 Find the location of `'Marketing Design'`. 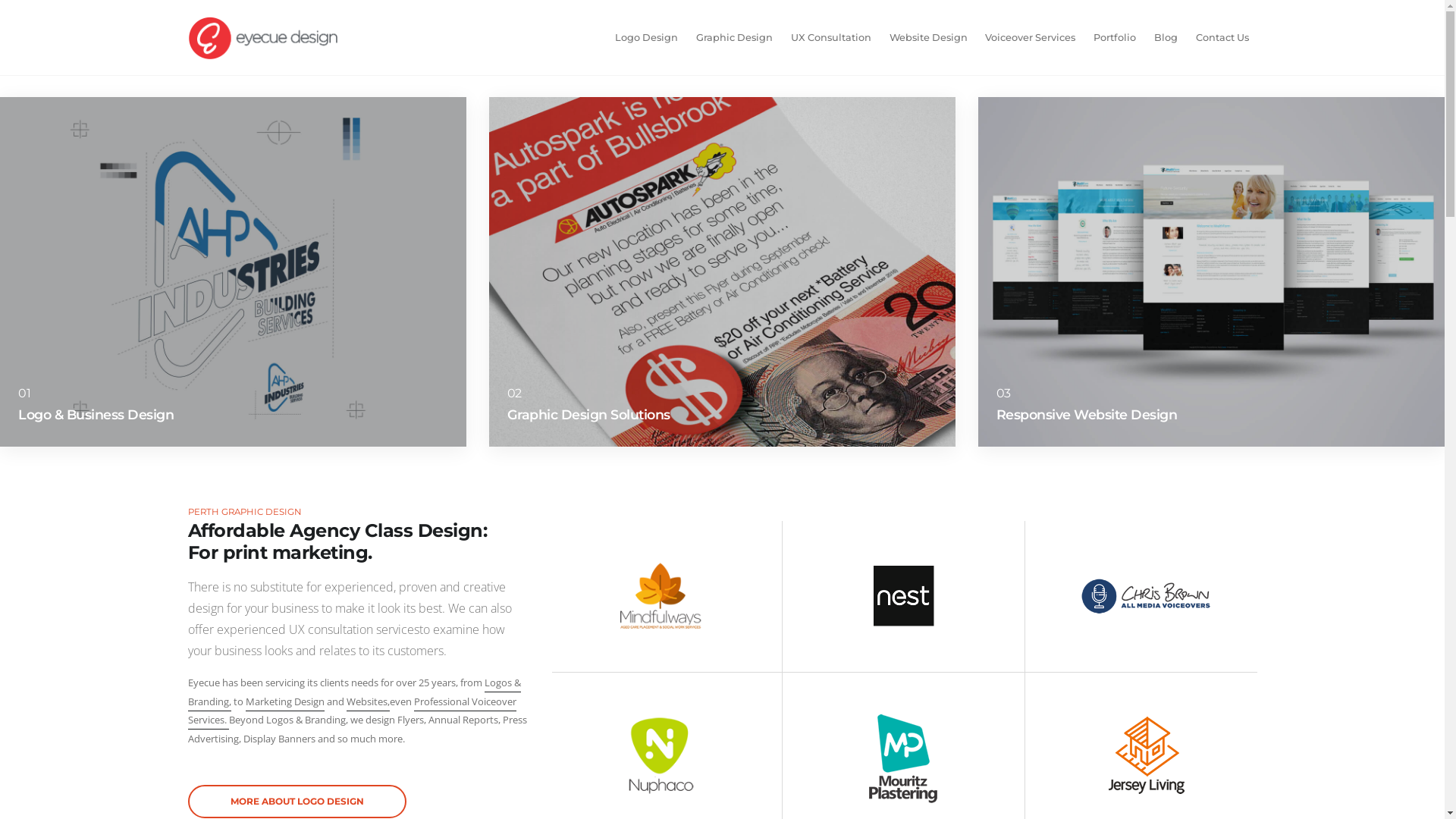

'Marketing Design' is located at coordinates (284, 702).